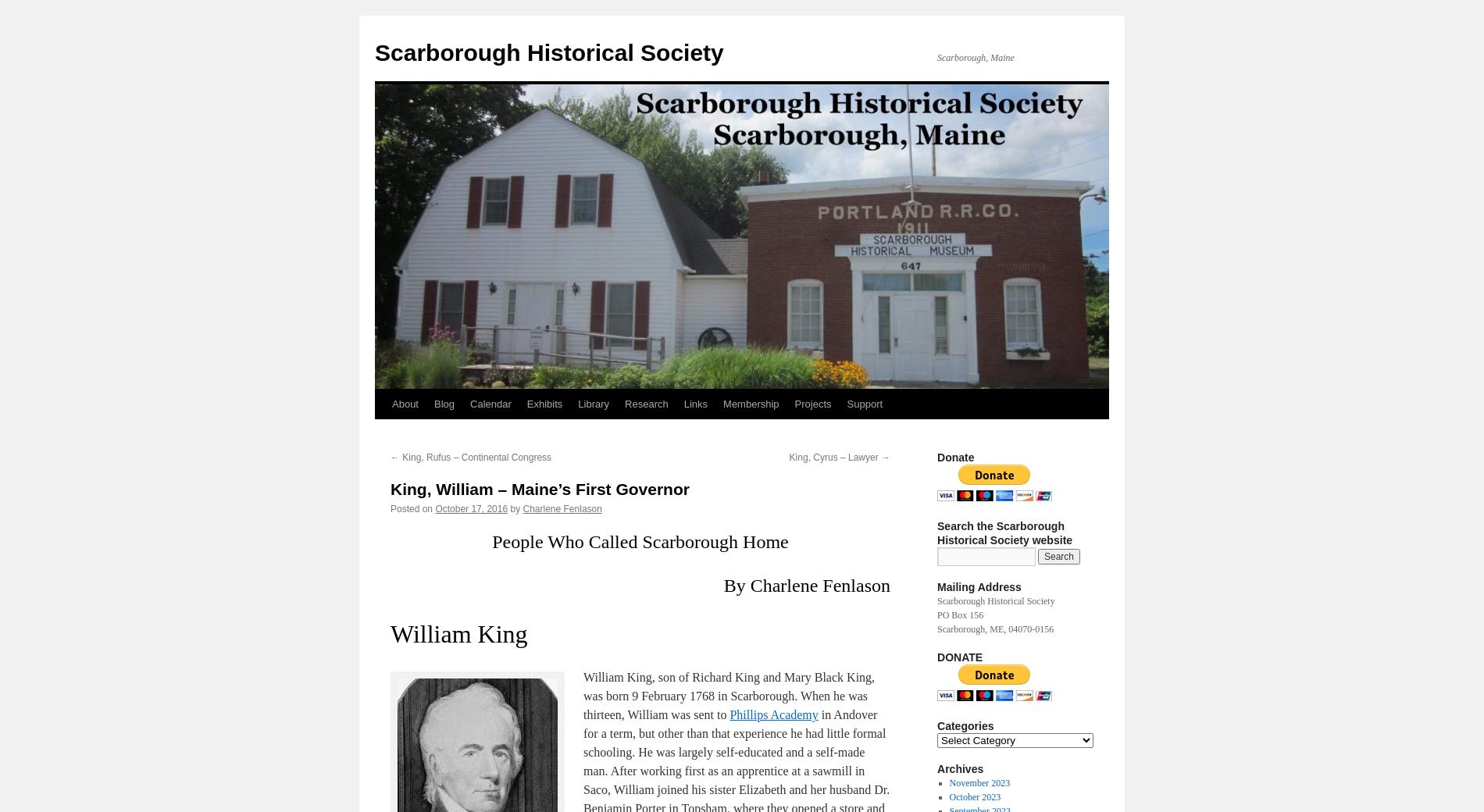  Describe the element at coordinates (510, 508) in the screenshot. I see `'by'` at that location.